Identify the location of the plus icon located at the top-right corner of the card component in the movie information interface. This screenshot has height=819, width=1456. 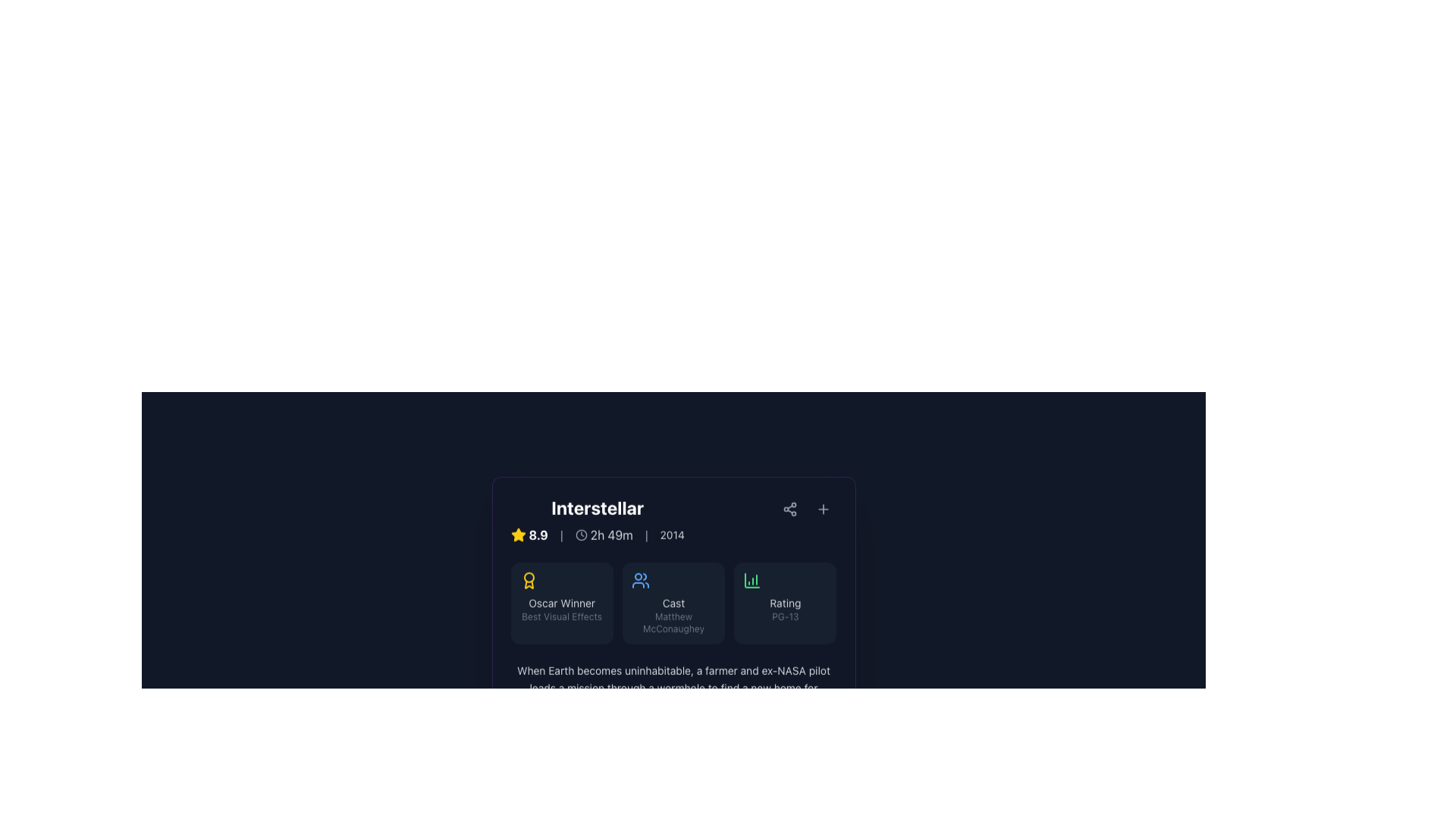
(822, 509).